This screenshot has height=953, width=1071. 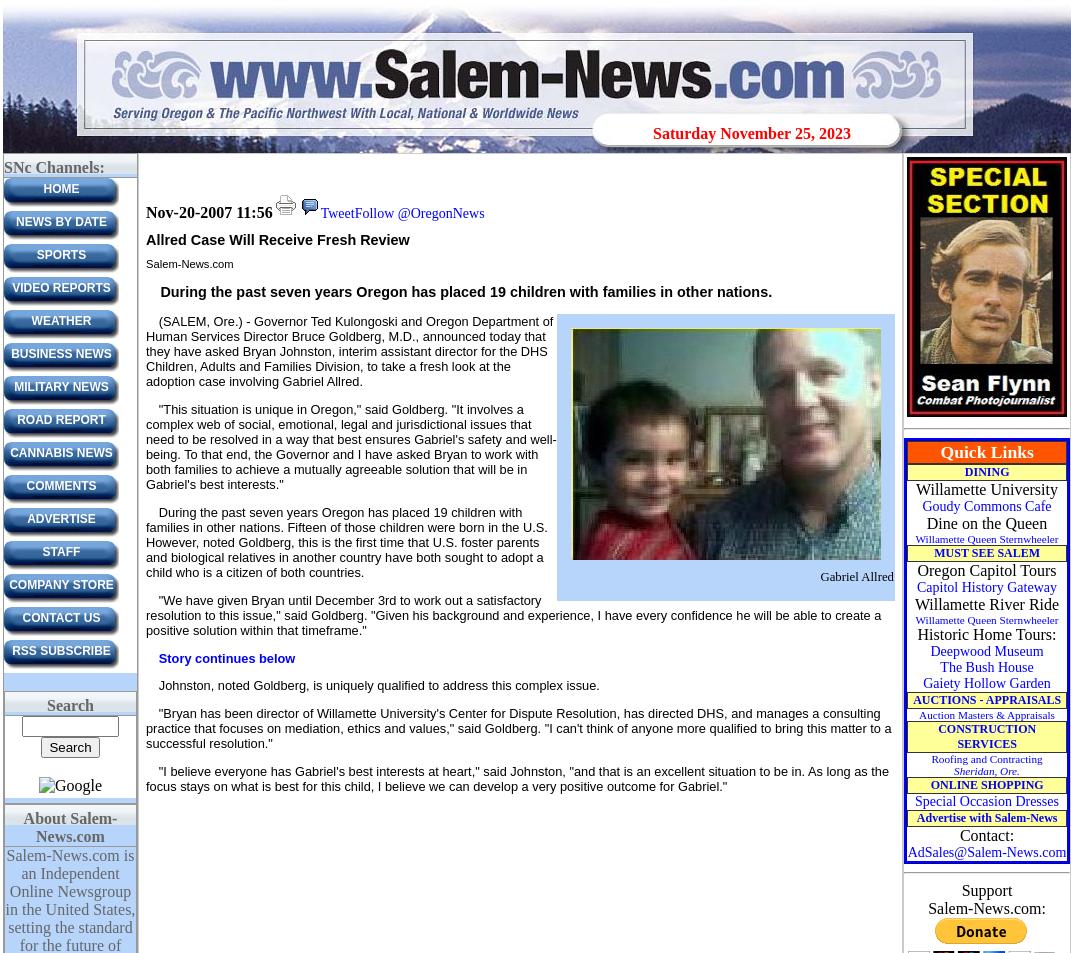 I want to click on 'SNc Channels:', so click(x=52, y=166).